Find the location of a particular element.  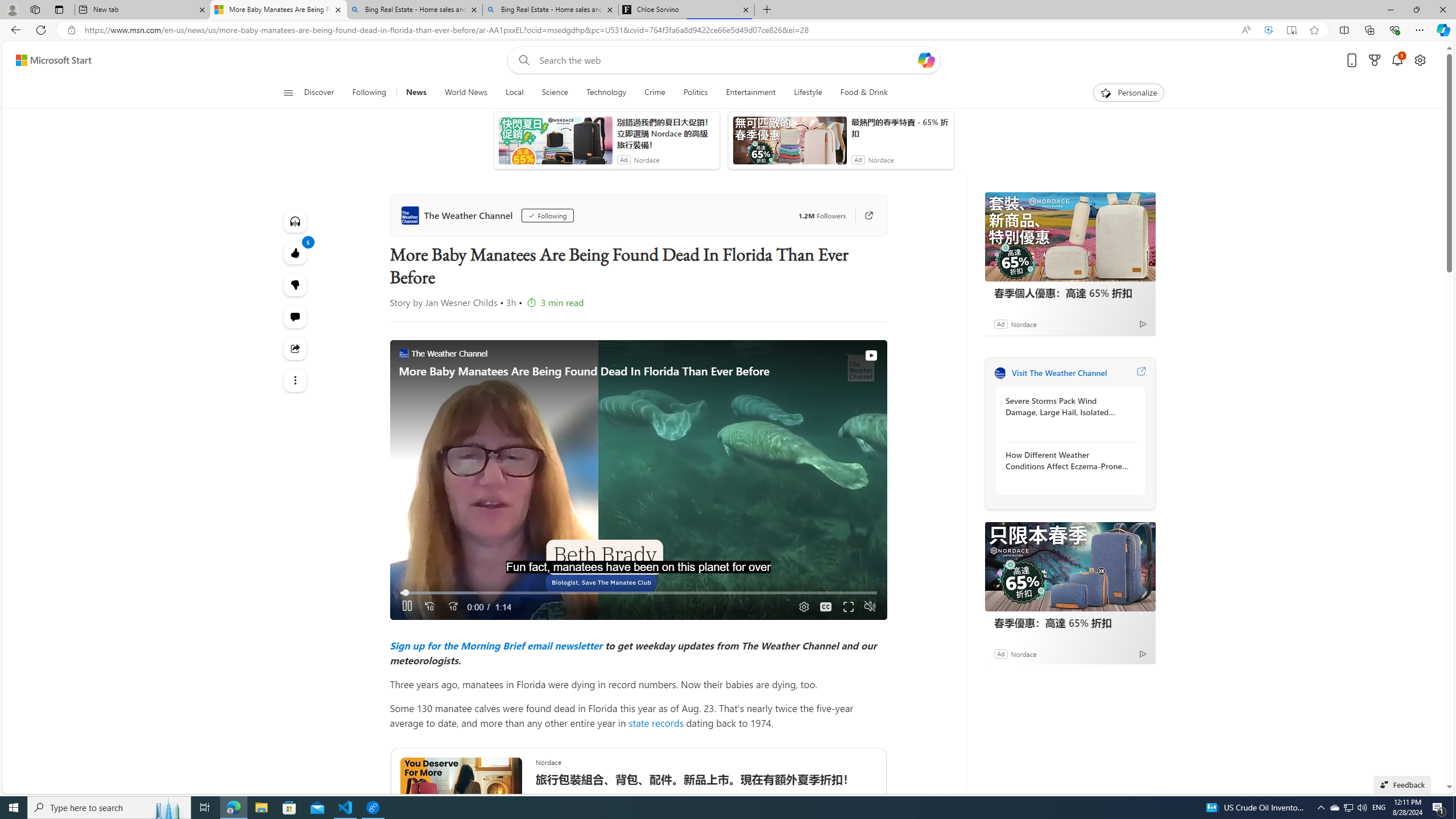

'Seek Back' is located at coordinates (429, 606).